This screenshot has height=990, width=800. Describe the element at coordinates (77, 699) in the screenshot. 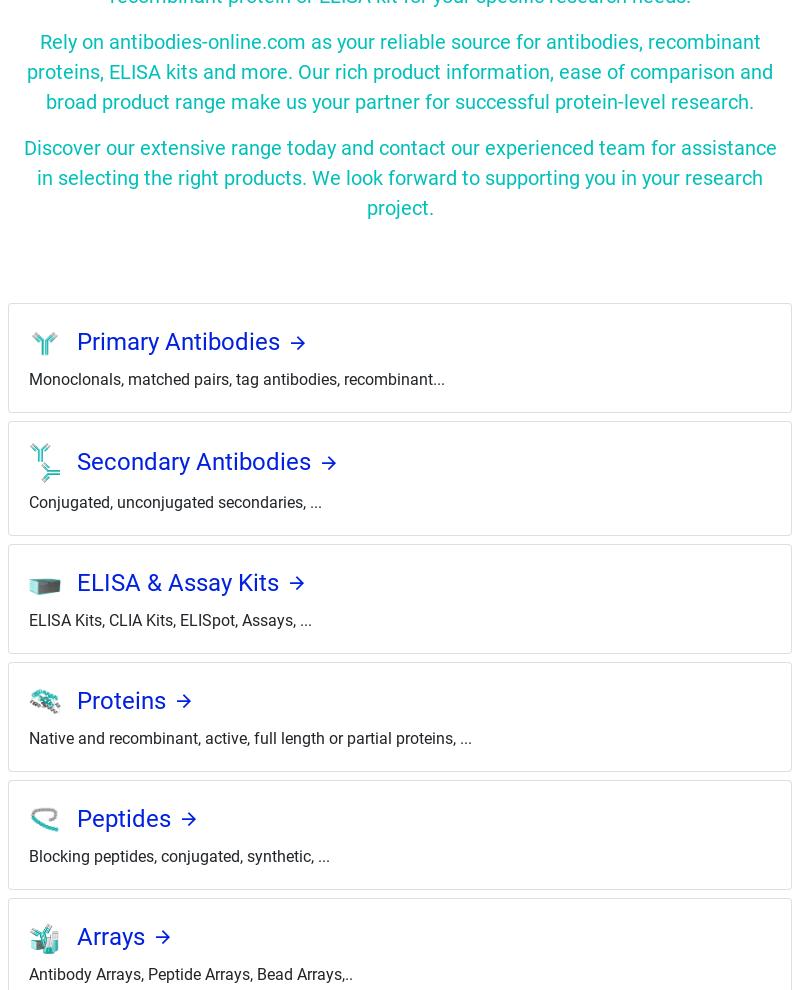

I see `'Proteins'` at that location.